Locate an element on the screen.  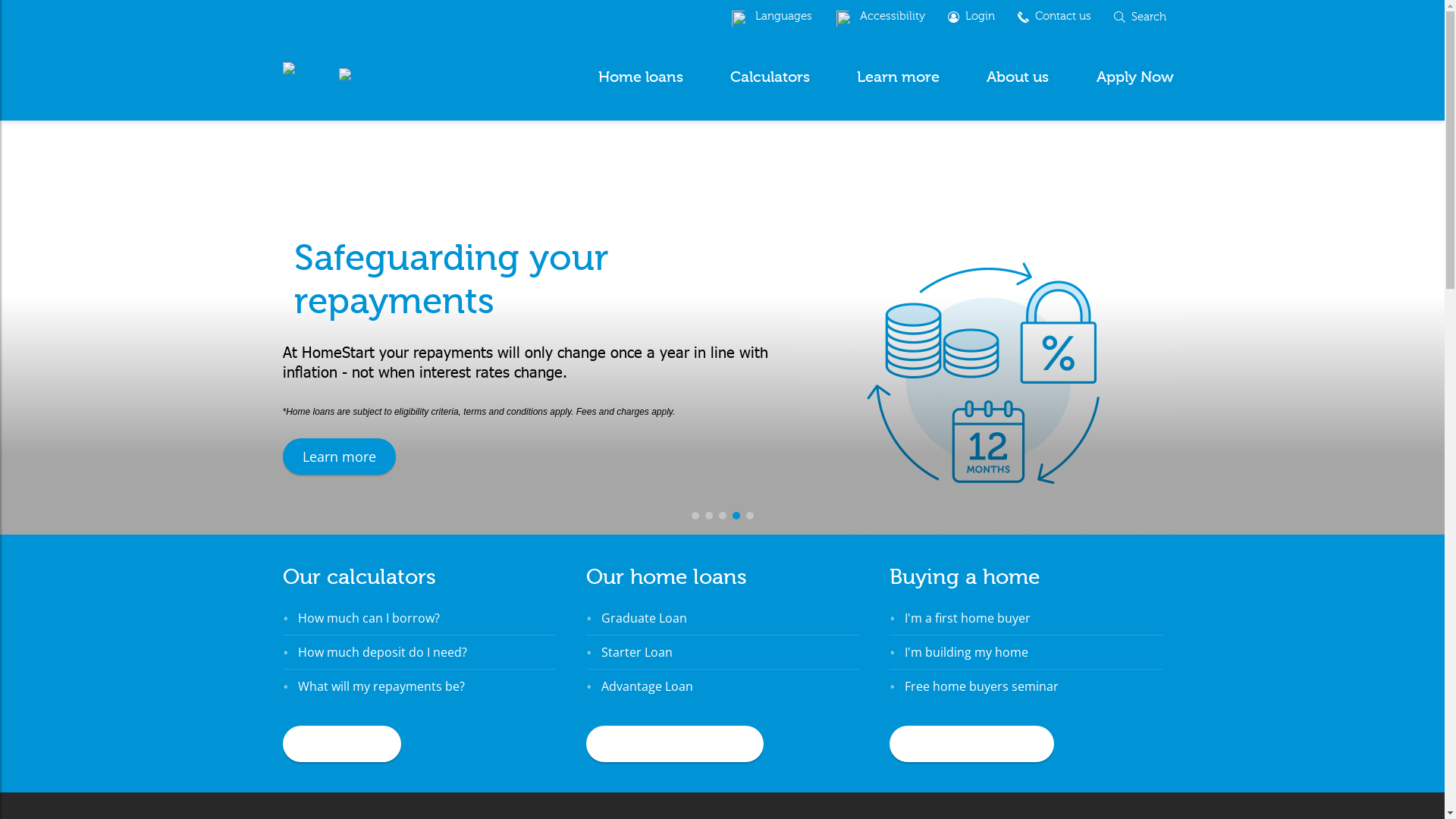
'Starter Loan' is located at coordinates (636, 651).